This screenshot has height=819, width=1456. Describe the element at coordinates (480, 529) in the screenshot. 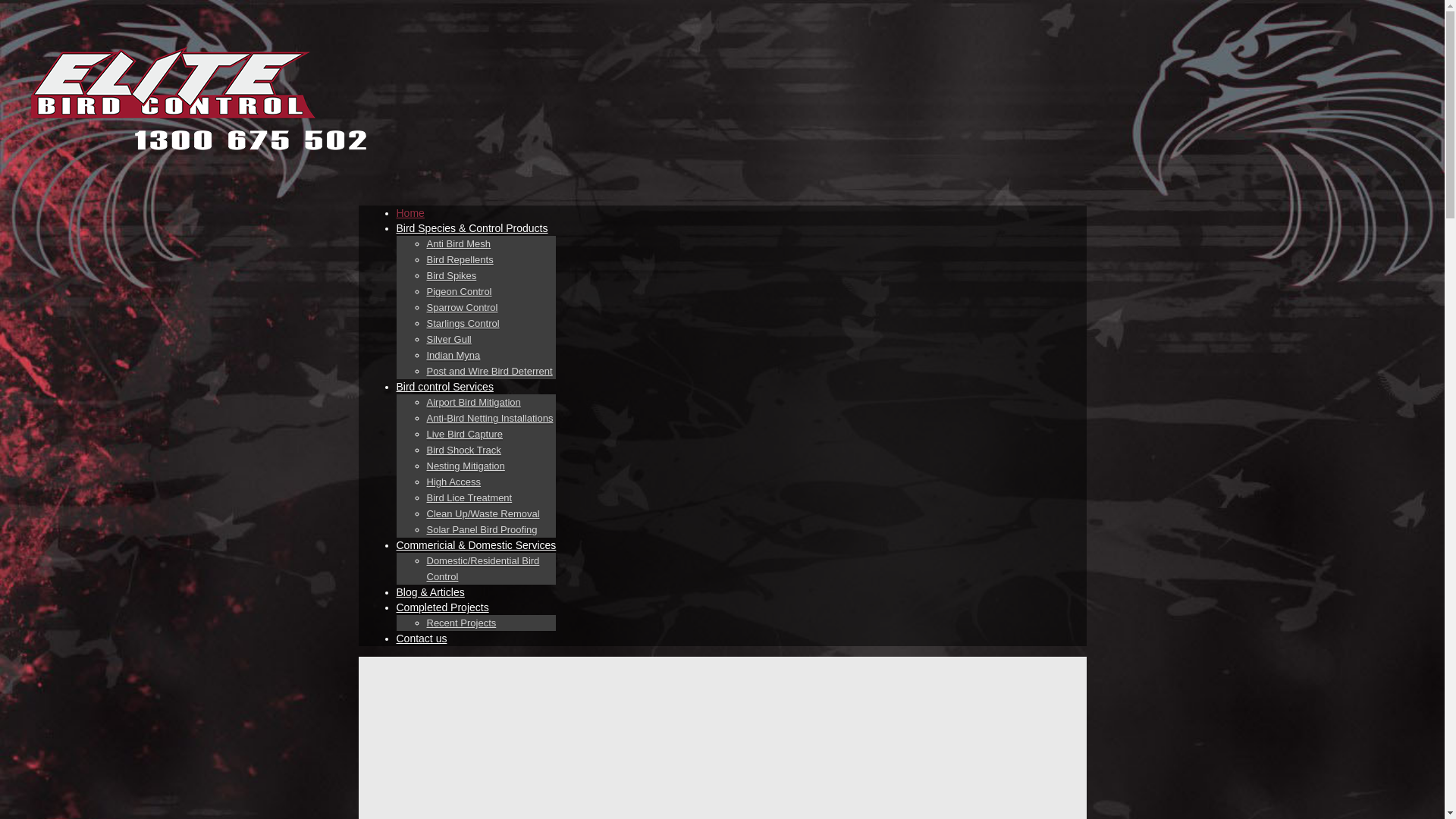

I see `'Solar Panel Bird Proofing'` at that location.